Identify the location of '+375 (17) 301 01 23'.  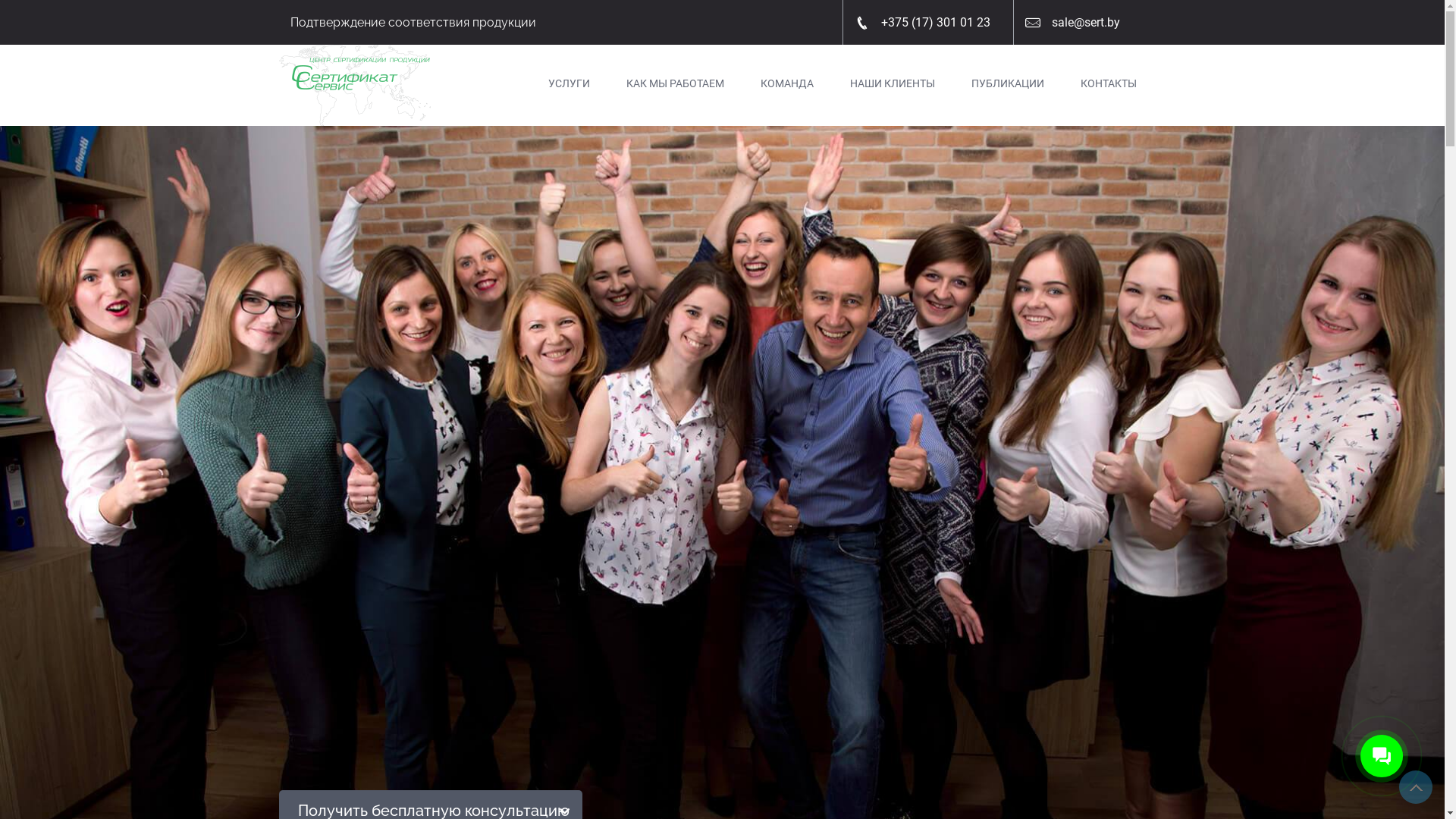
(870, 22).